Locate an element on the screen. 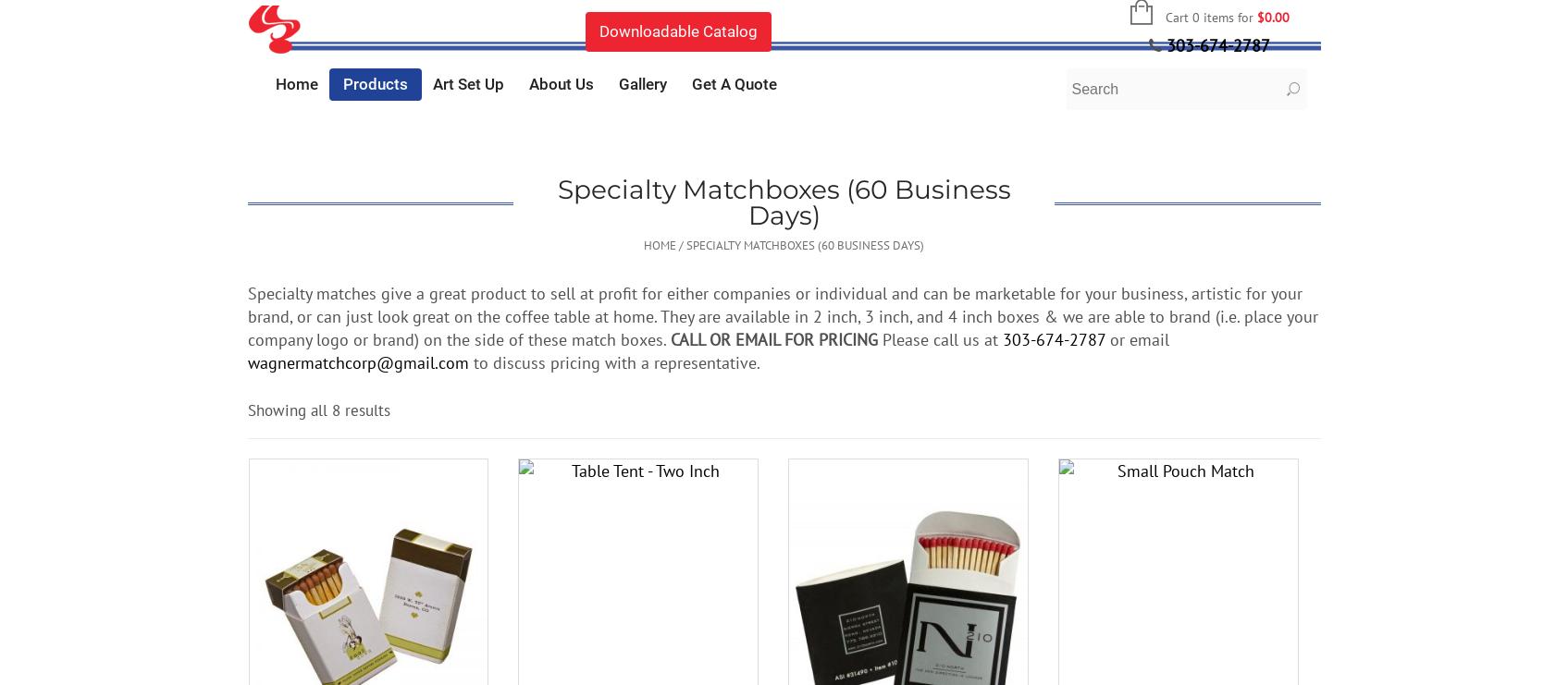  'Downloadable Catalog' is located at coordinates (676, 30).